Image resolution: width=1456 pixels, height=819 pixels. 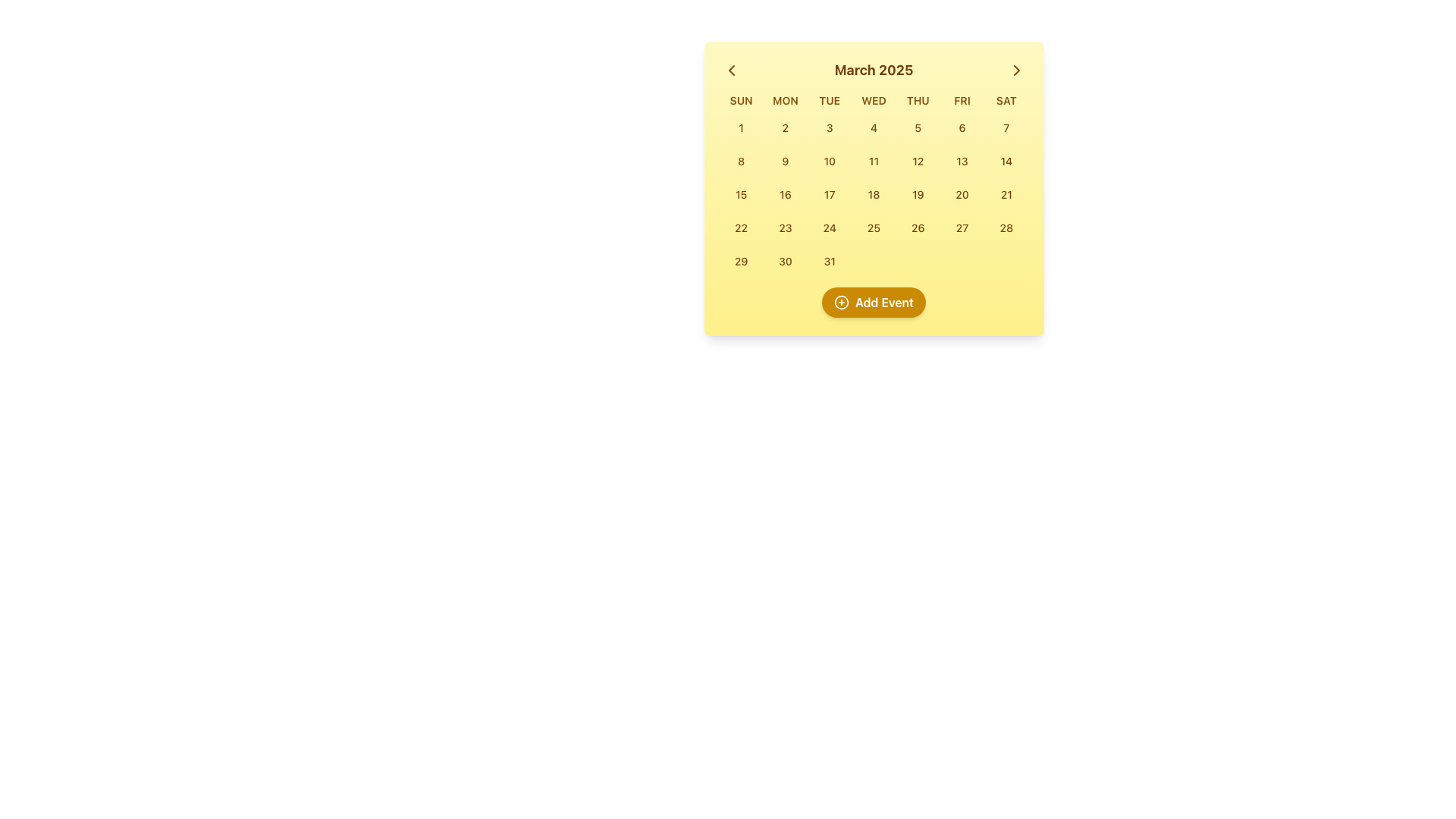 I want to click on the header text for the calendar that indicates the days of the week, located below the title 'March 2025', so click(x=874, y=100).